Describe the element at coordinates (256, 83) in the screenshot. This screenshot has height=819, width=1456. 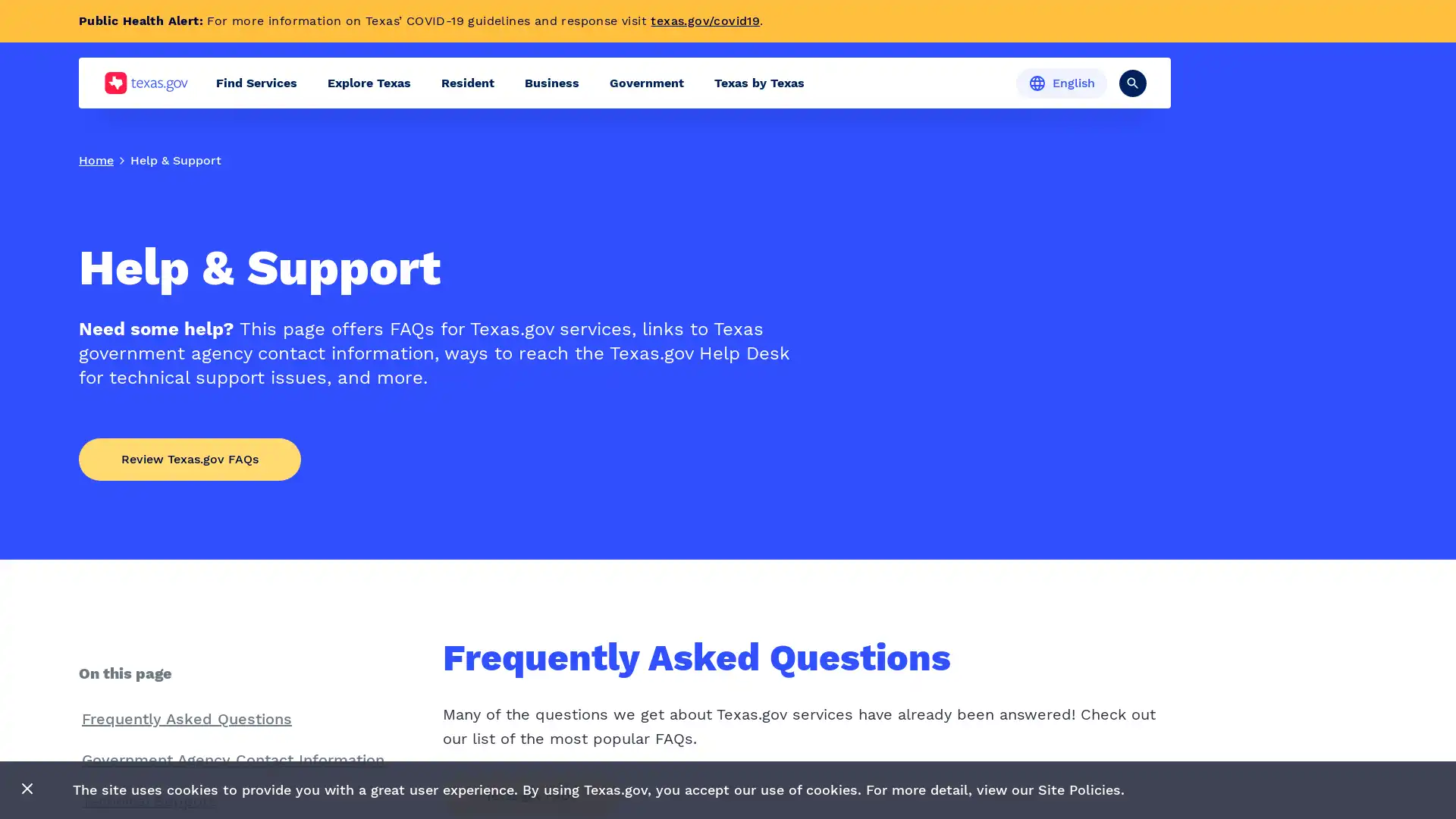
I see `Find Services` at that location.